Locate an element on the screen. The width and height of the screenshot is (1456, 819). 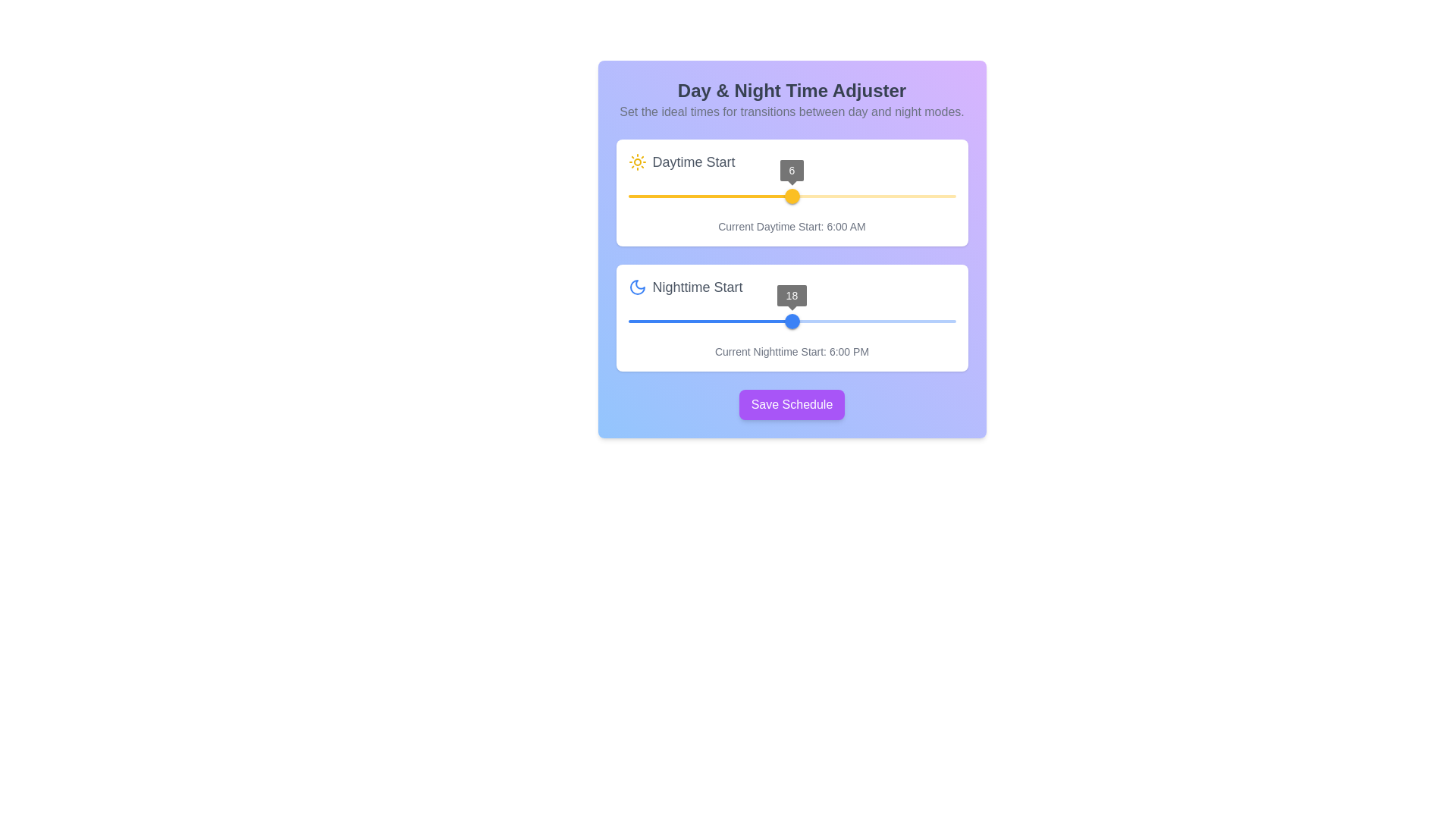
the slider rail element is located at coordinates (791, 321).